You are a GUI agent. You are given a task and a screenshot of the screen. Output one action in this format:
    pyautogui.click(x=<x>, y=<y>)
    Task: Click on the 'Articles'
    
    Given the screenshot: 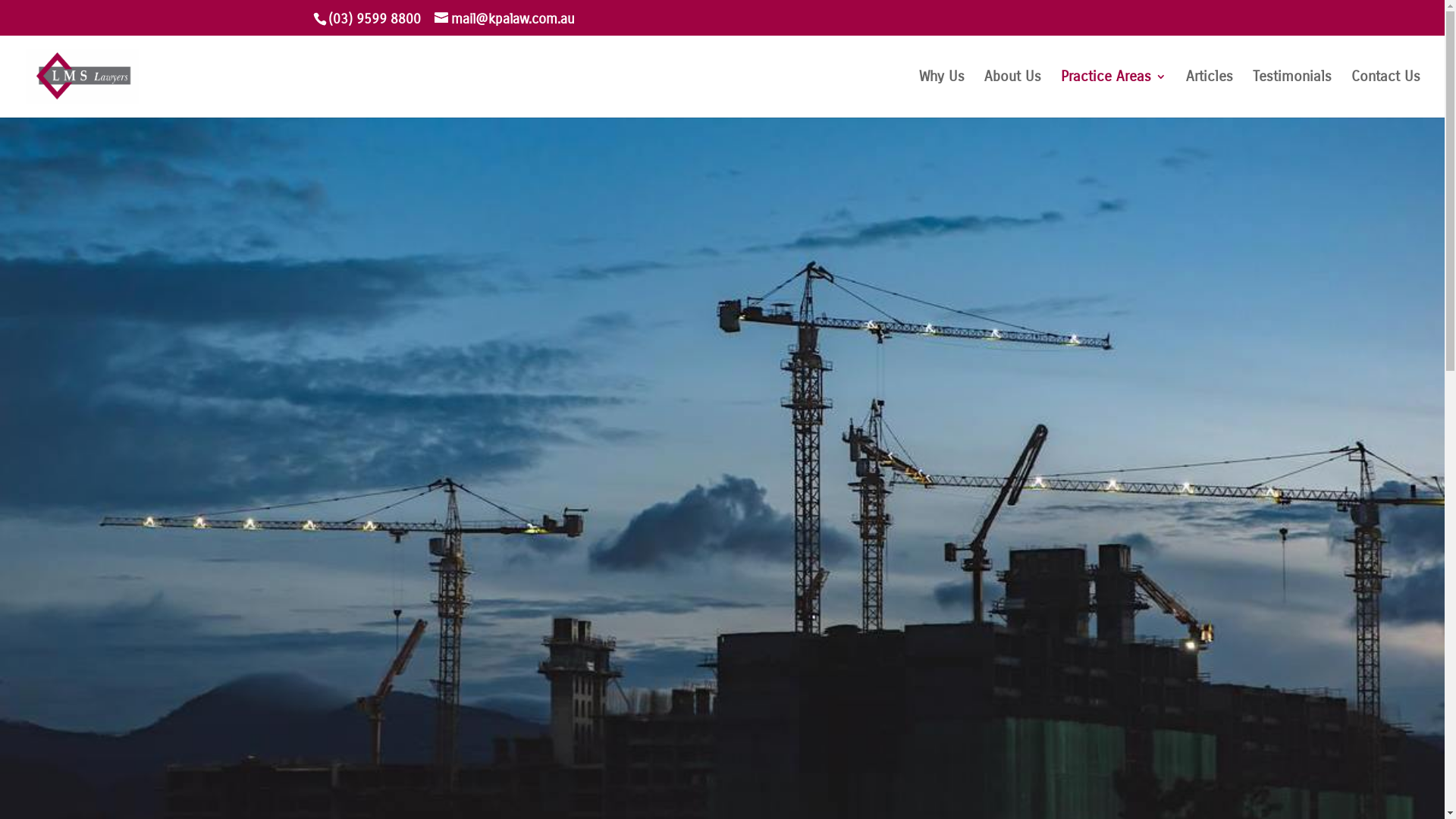 What is the action you would take?
    pyautogui.click(x=1208, y=94)
    